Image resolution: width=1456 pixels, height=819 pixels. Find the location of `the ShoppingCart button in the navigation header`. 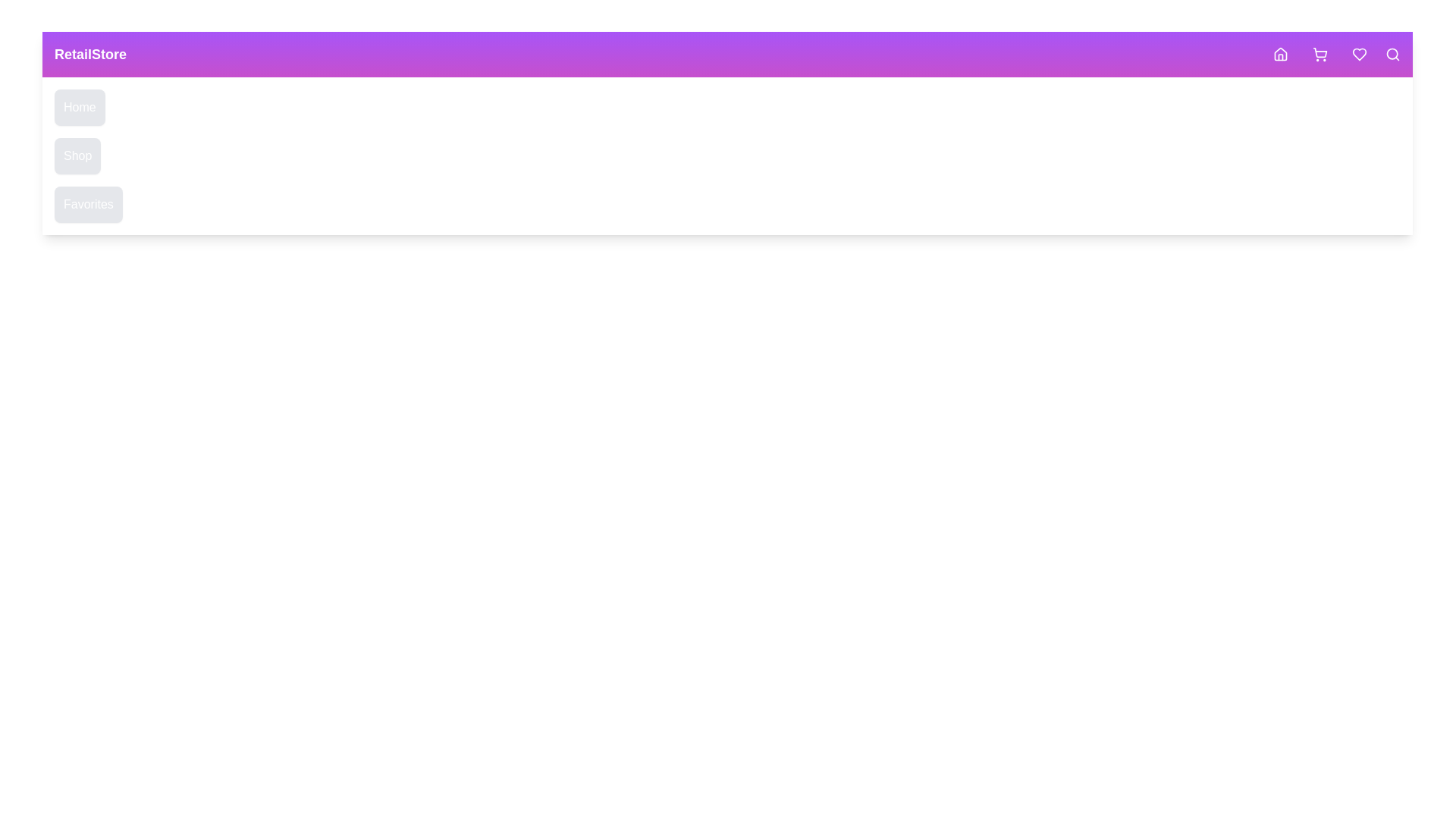

the ShoppingCart button in the navigation header is located at coordinates (1319, 54).